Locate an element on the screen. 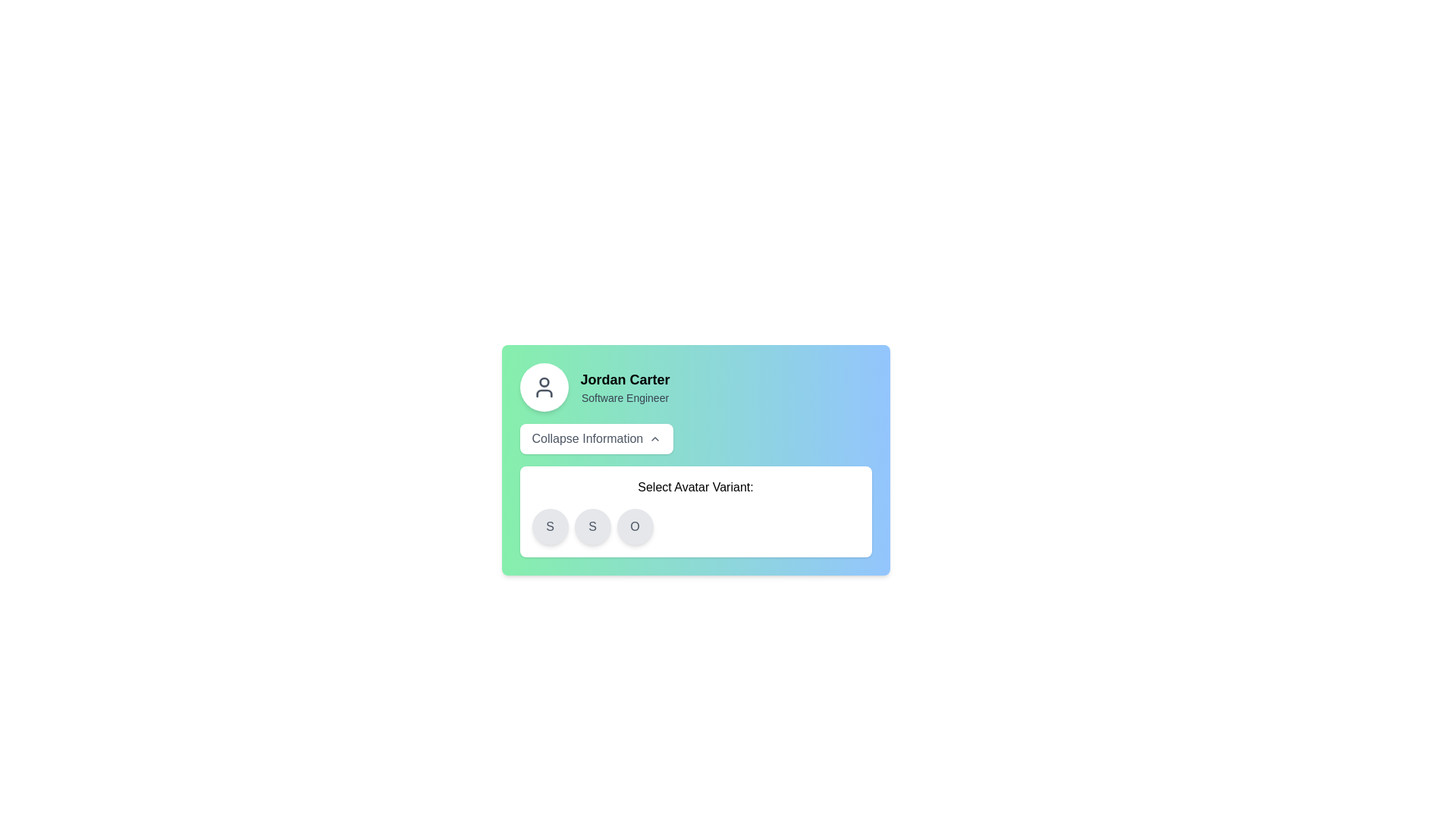 Image resolution: width=1456 pixels, height=819 pixels. the first circular button is located at coordinates (549, 526).